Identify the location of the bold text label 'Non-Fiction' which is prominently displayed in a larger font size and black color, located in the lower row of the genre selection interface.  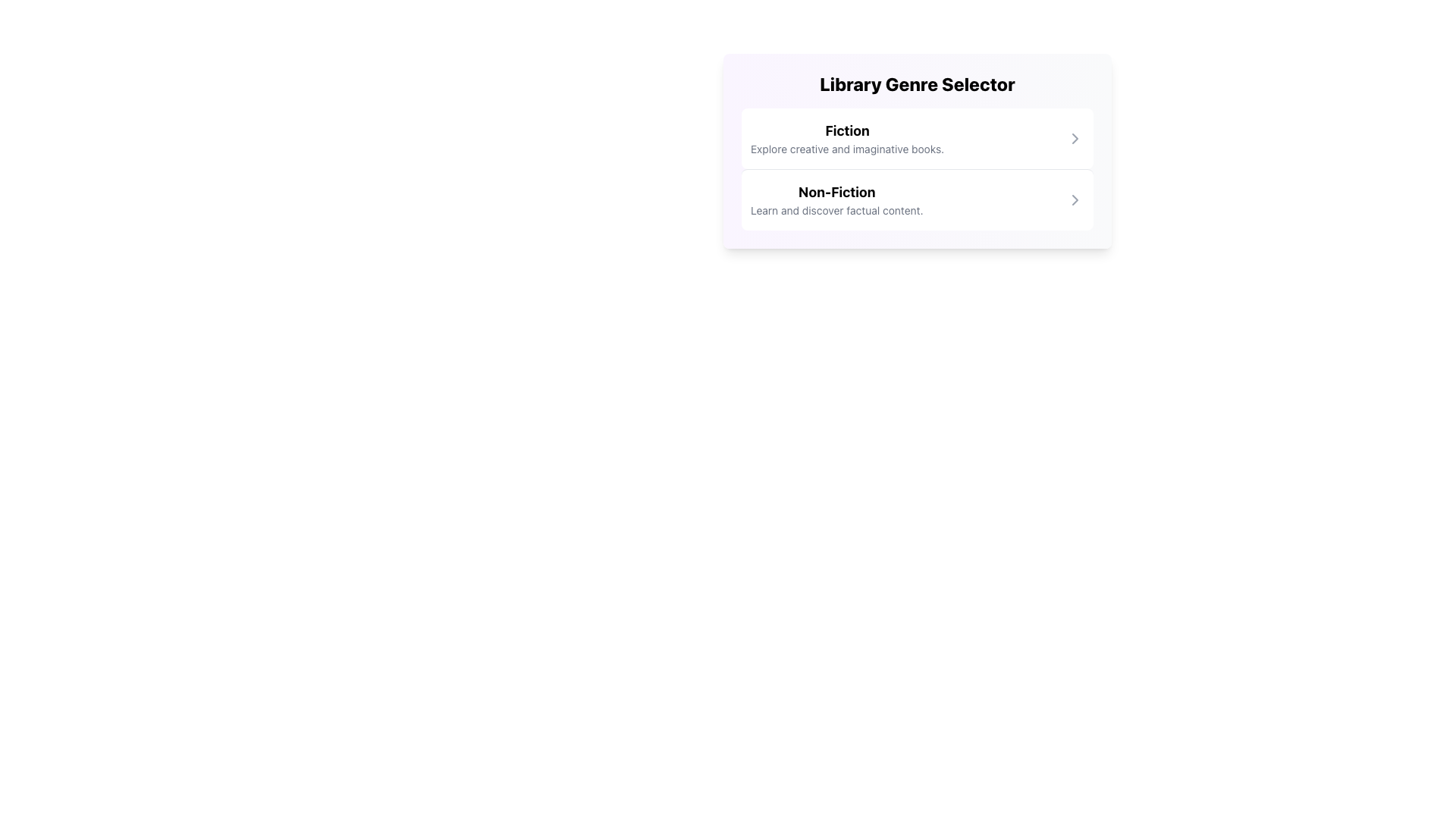
(836, 192).